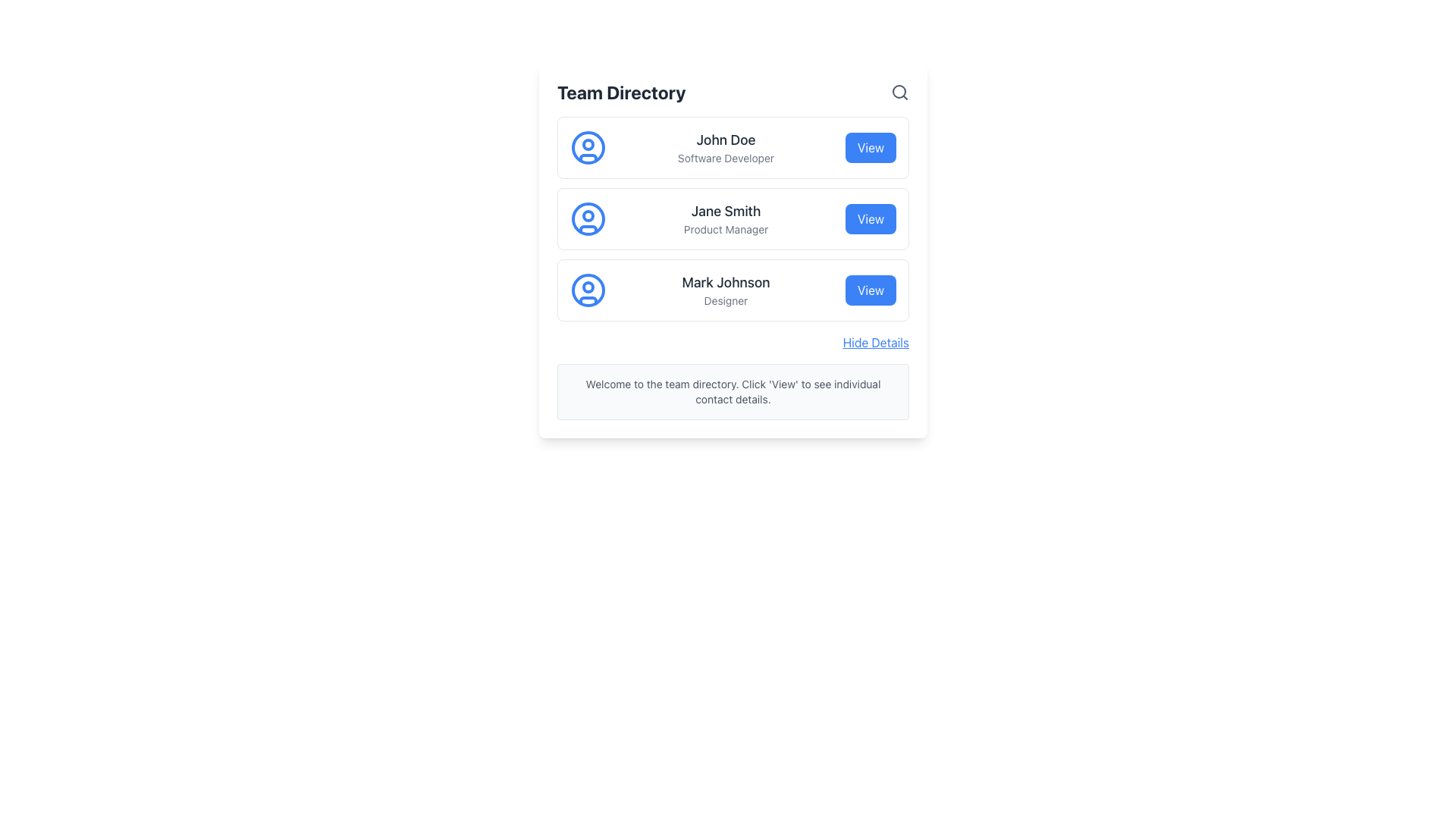  Describe the element at coordinates (588, 219) in the screenshot. I see `the blue outlined circle element of the user avatar icon for Jane Smith, which is centrally positioned within the profile graphic` at that location.